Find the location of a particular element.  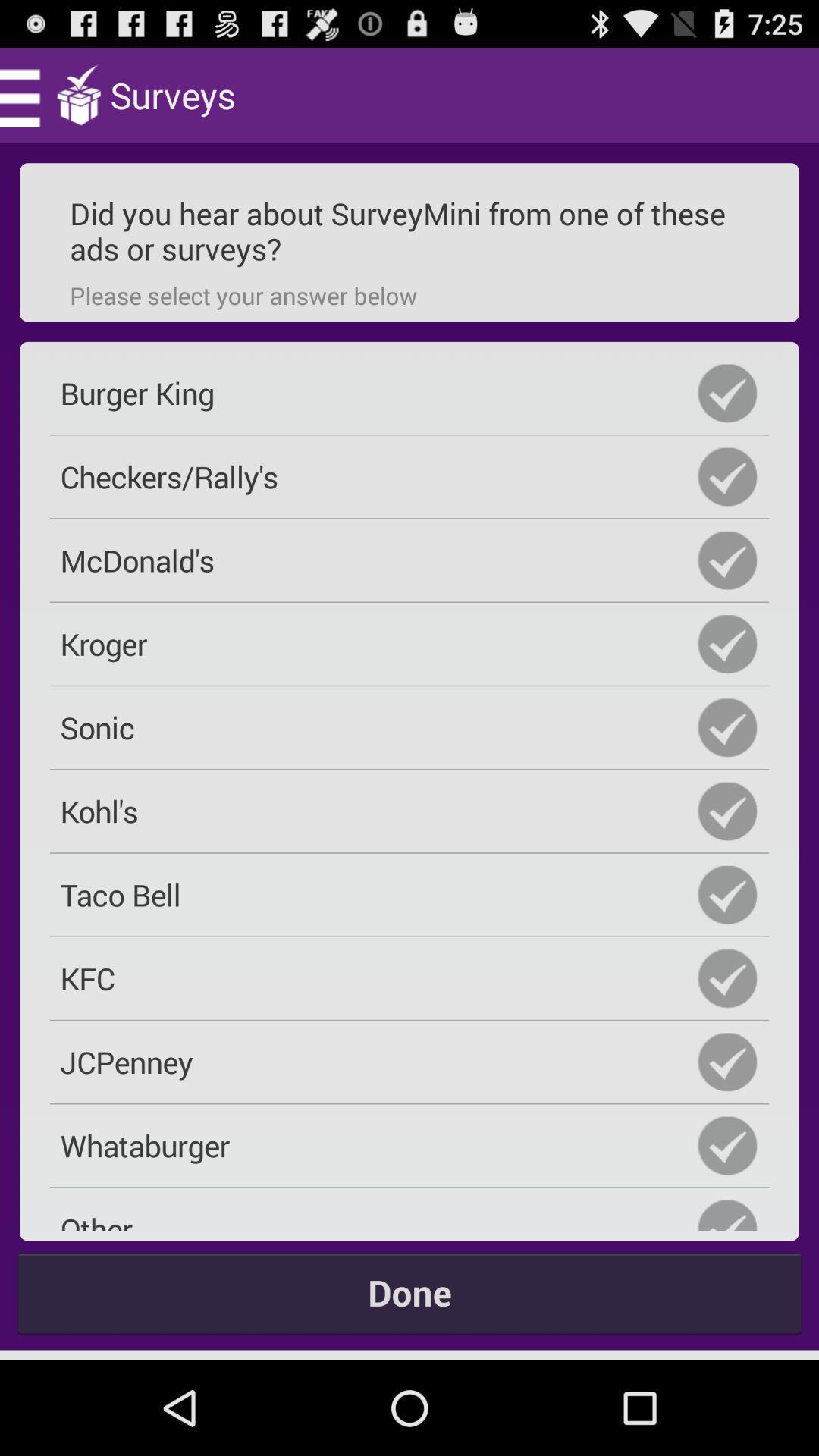

the jcpenney is located at coordinates (409, 1061).